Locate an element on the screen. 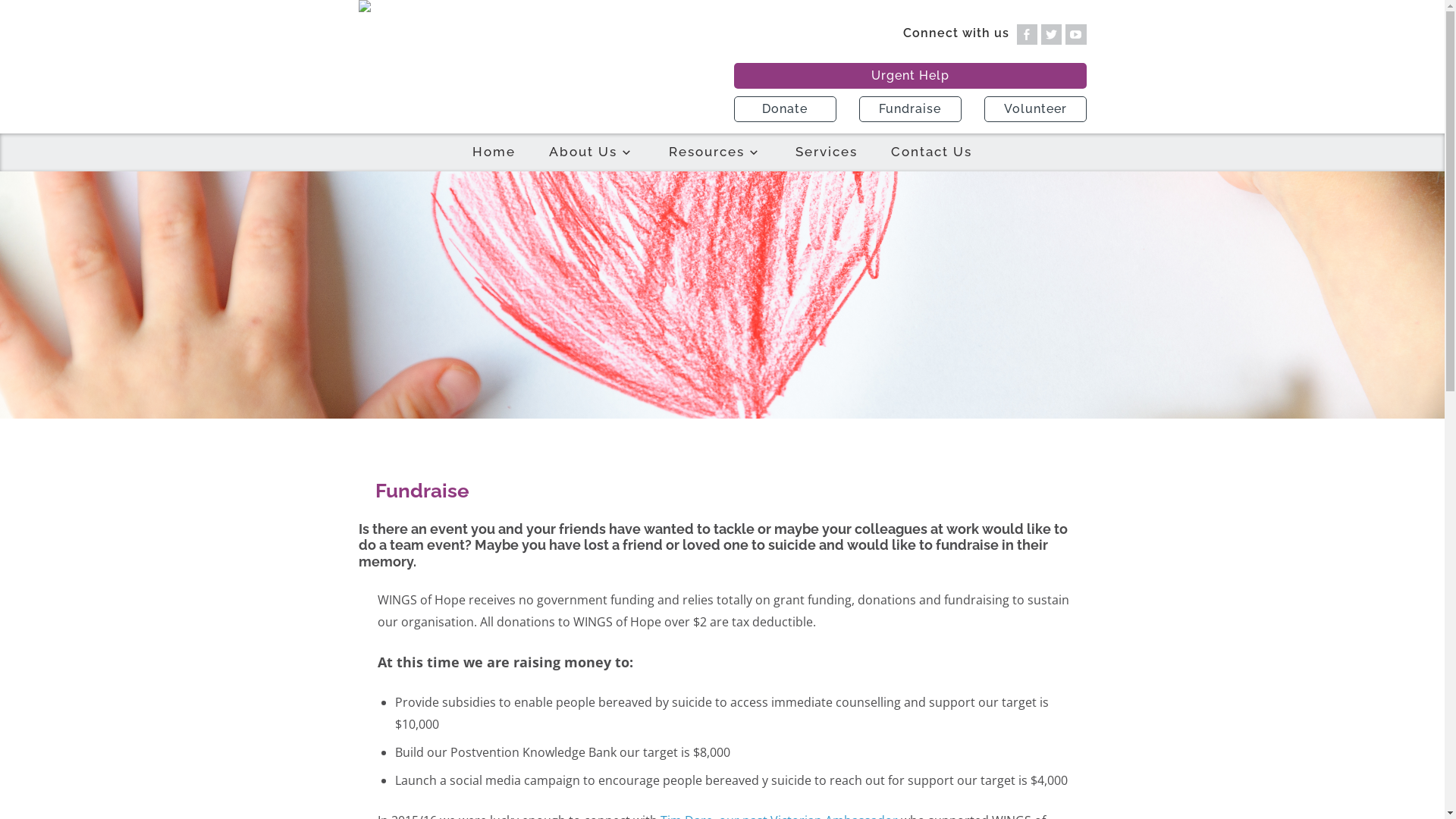  'Services' is located at coordinates (825, 152).